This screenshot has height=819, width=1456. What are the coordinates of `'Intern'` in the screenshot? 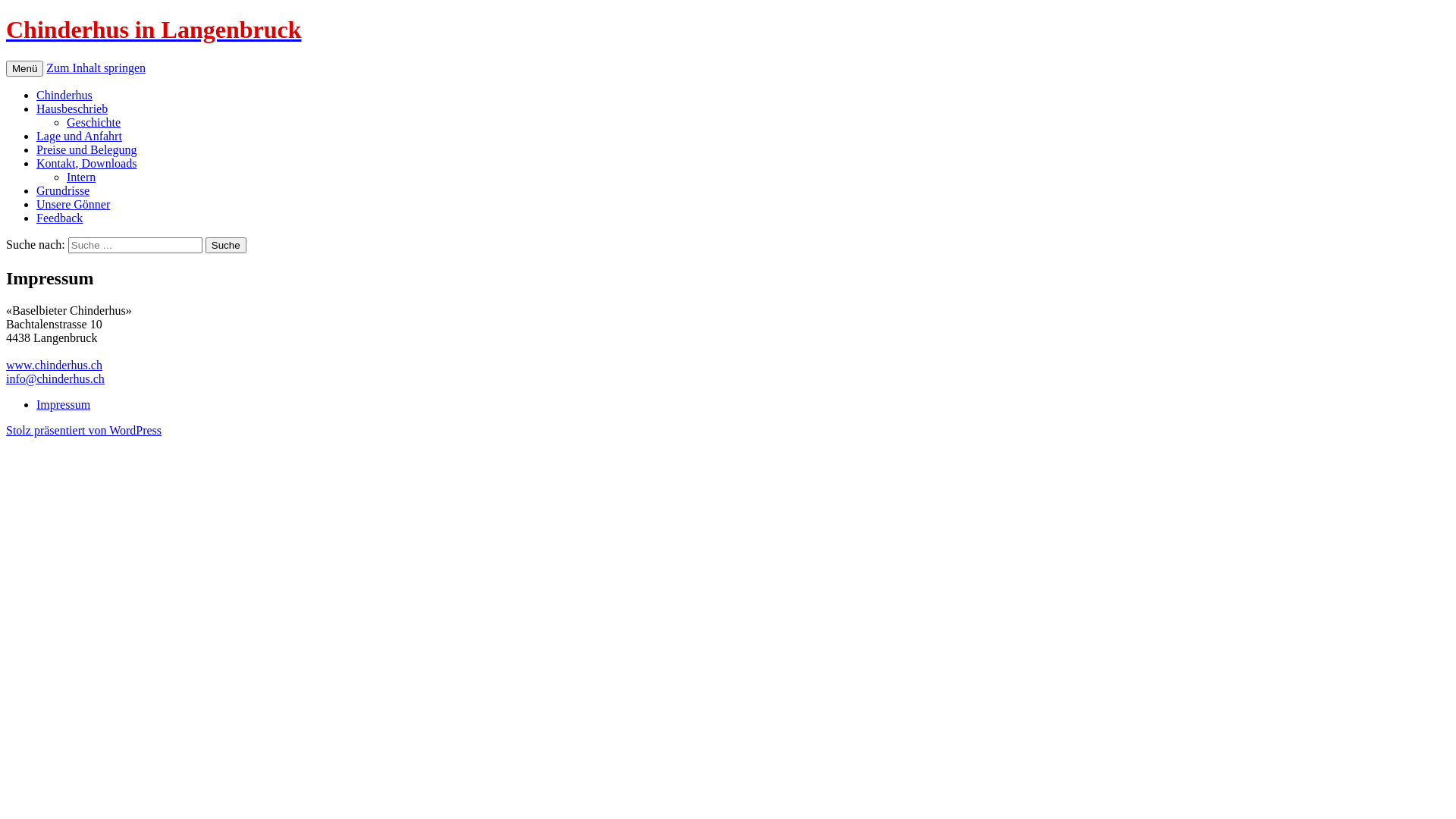 It's located at (80, 176).